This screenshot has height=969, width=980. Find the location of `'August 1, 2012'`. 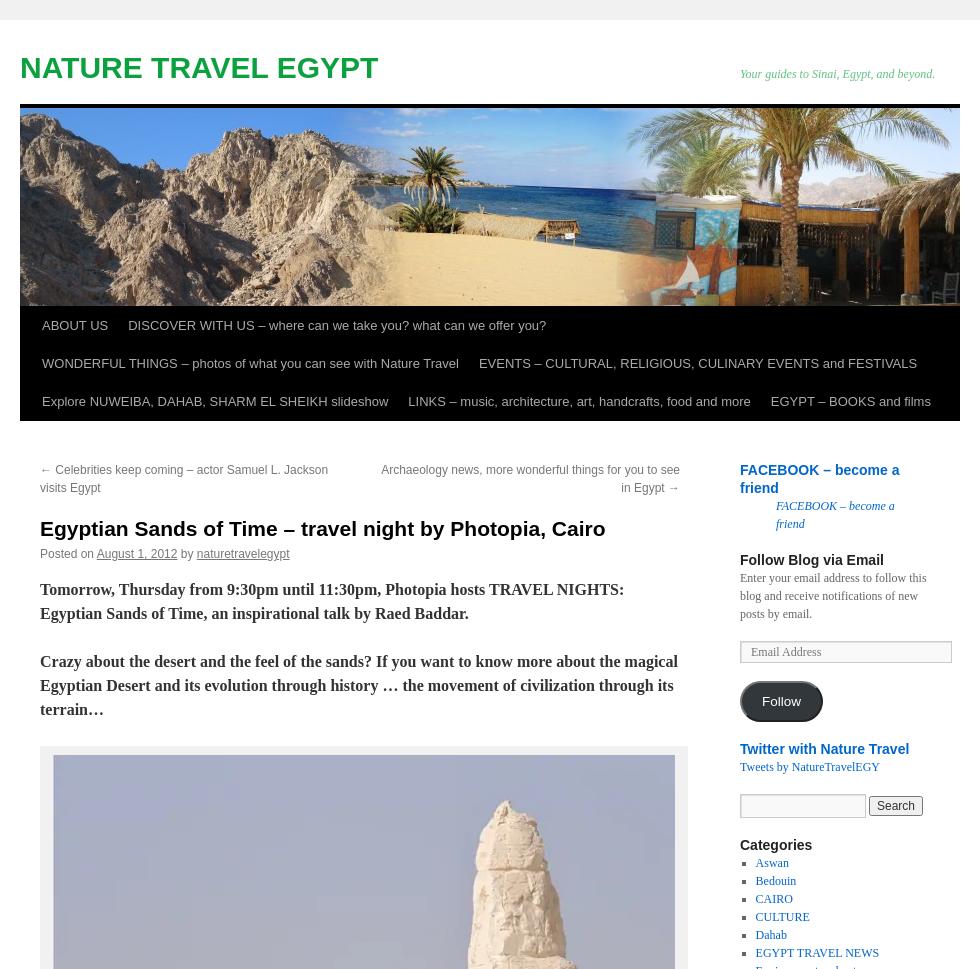

'August 1, 2012' is located at coordinates (136, 553).